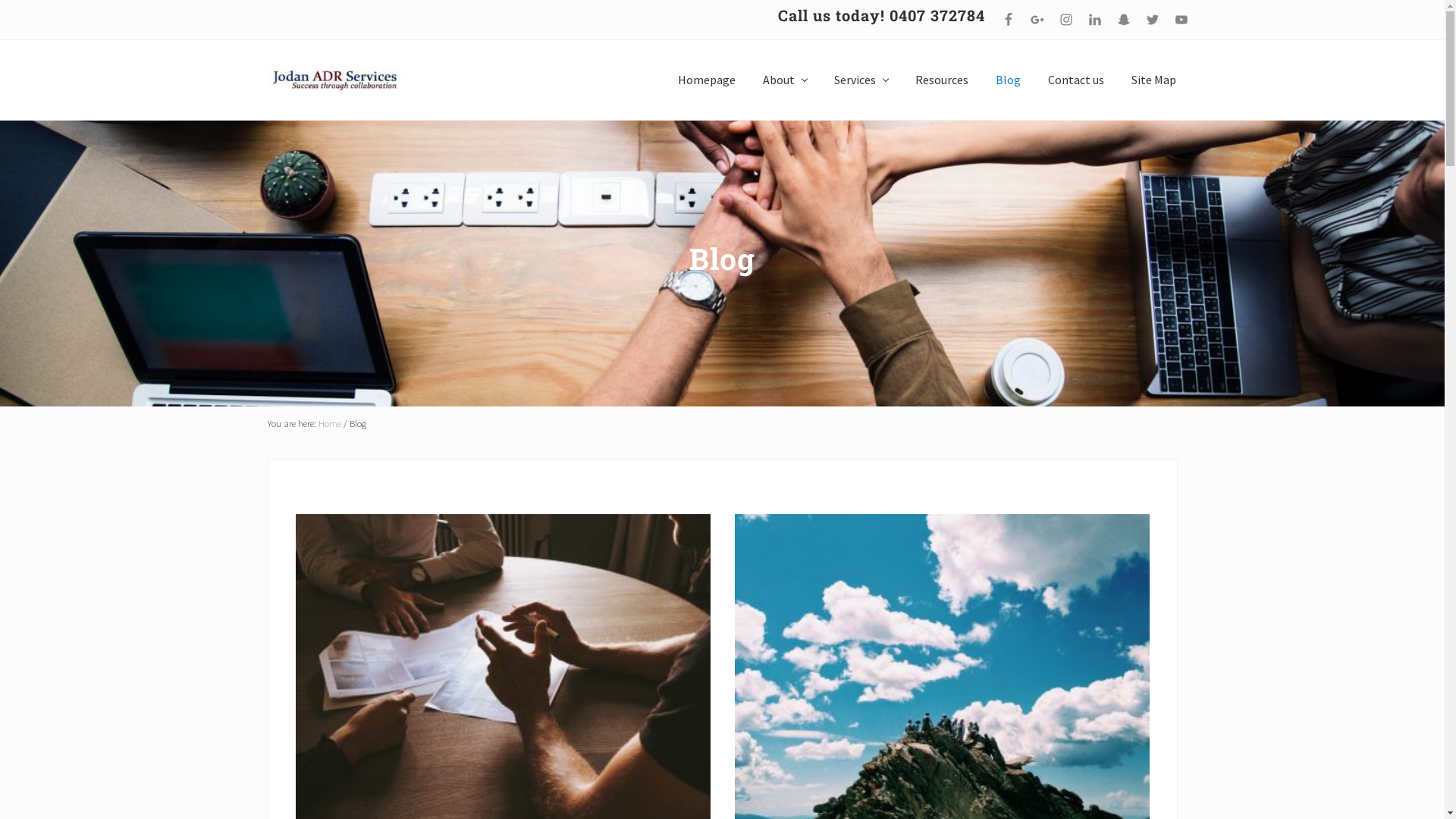 Image resolution: width=1456 pixels, height=819 pixels. I want to click on 'Contact us', so click(1075, 79).